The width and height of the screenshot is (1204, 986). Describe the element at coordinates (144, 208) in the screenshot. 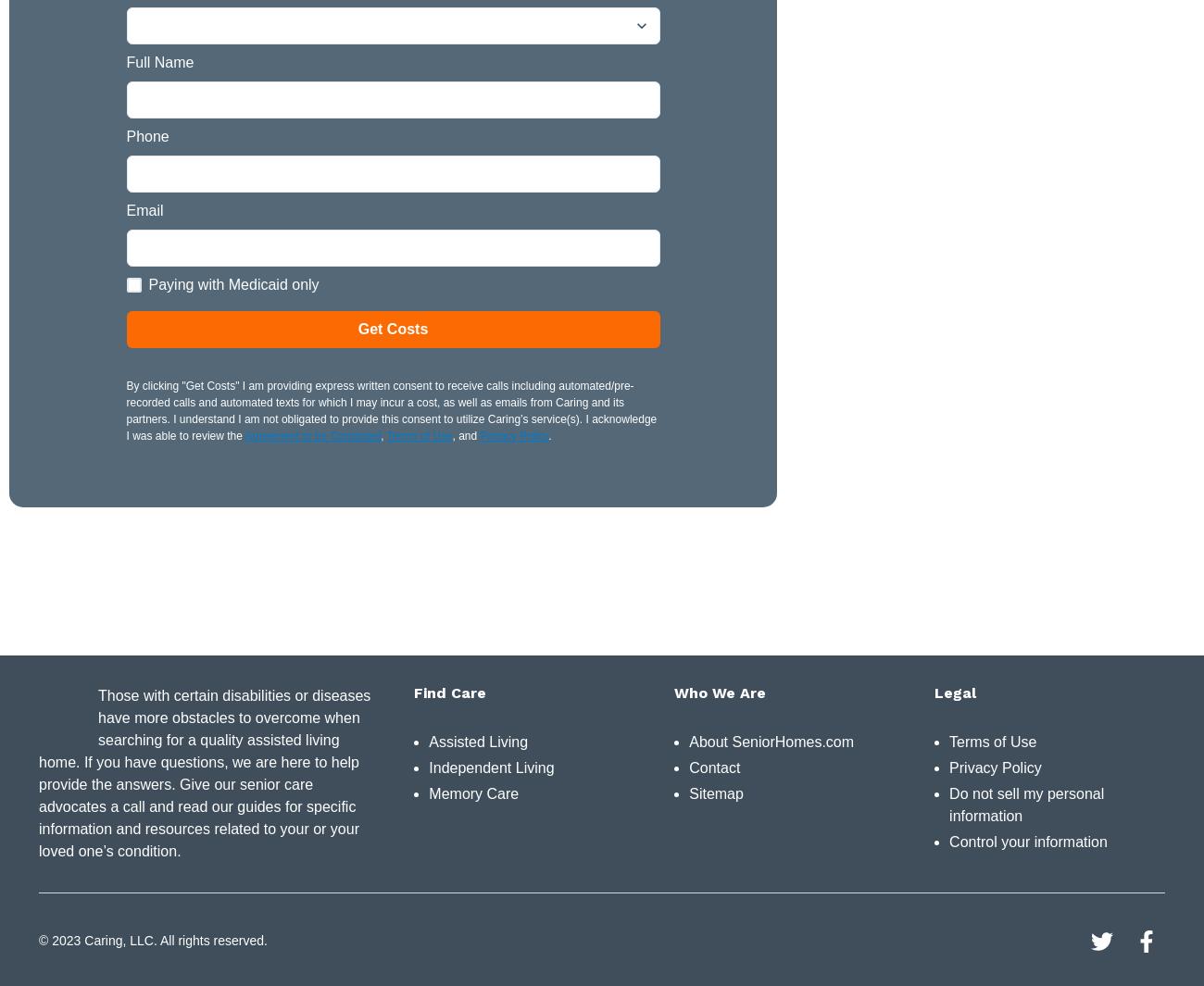

I see `'Email'` at that location.